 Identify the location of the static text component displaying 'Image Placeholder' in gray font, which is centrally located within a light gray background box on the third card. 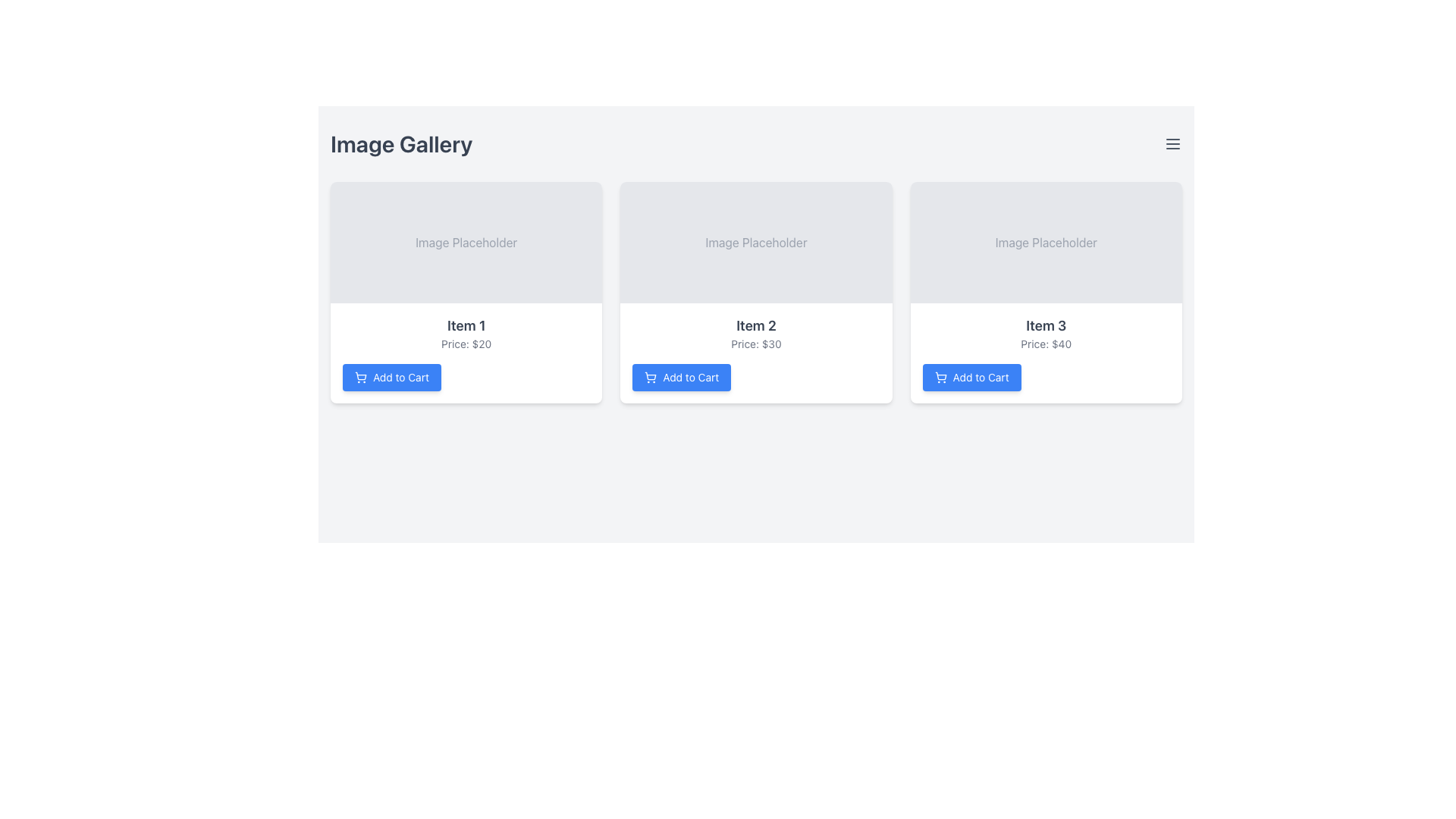
(1045, 242).